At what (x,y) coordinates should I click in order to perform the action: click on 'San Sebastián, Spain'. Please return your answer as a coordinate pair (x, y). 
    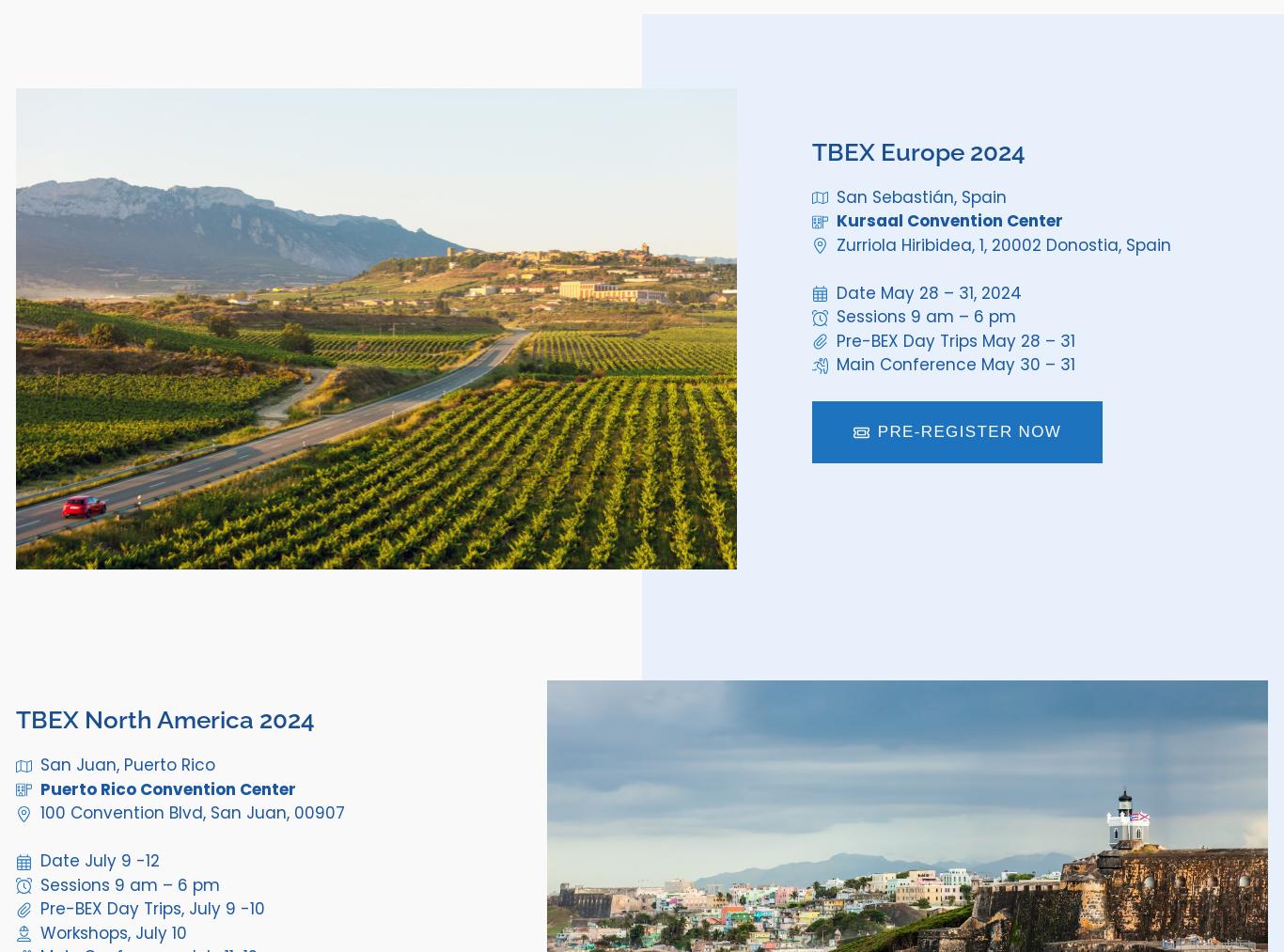
    Looking at the image, I should click on (920, 195).